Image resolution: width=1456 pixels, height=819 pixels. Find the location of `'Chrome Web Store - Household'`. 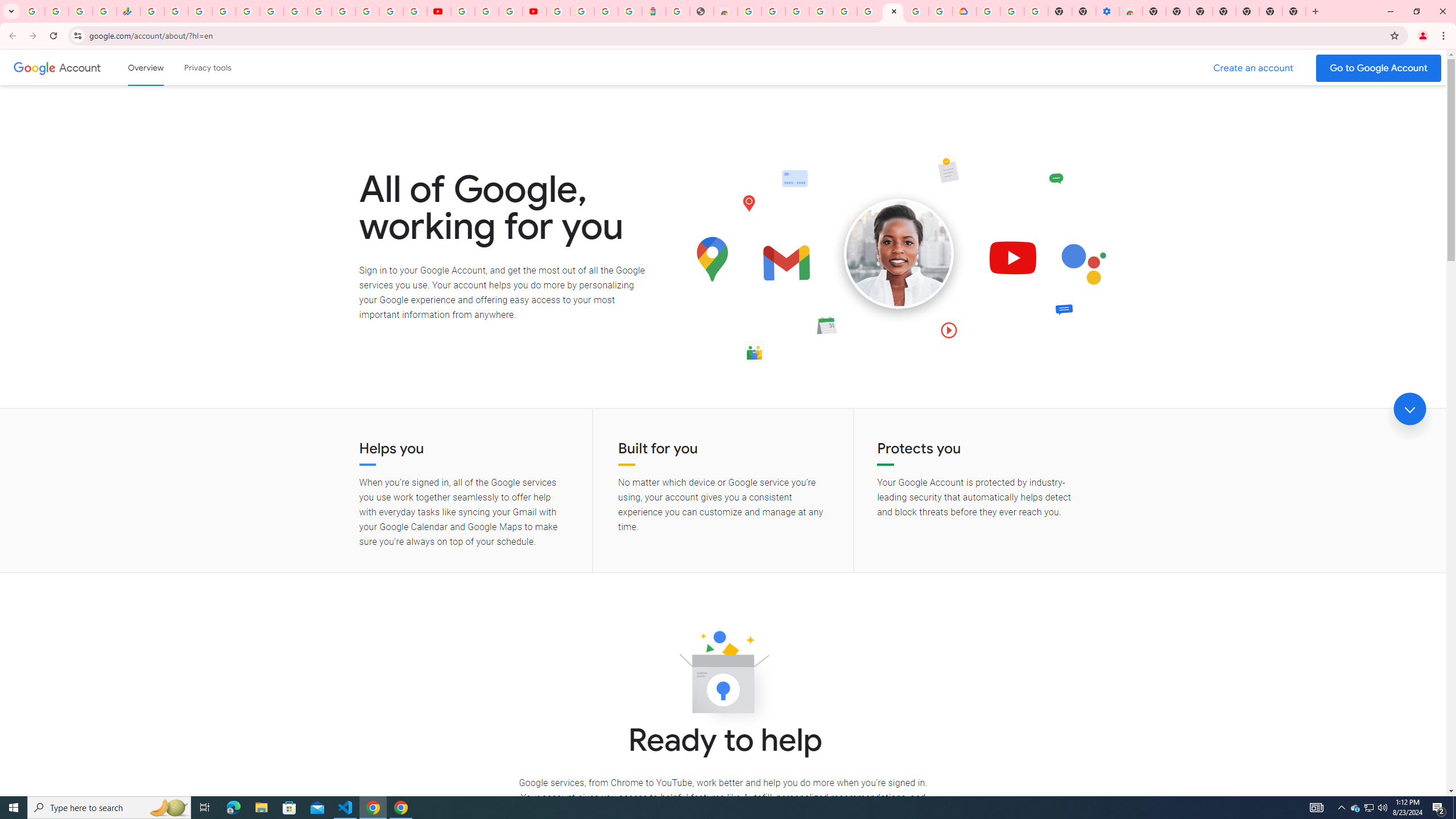

'Chrome Web Store - Household' is located at coordinates (725, 11).